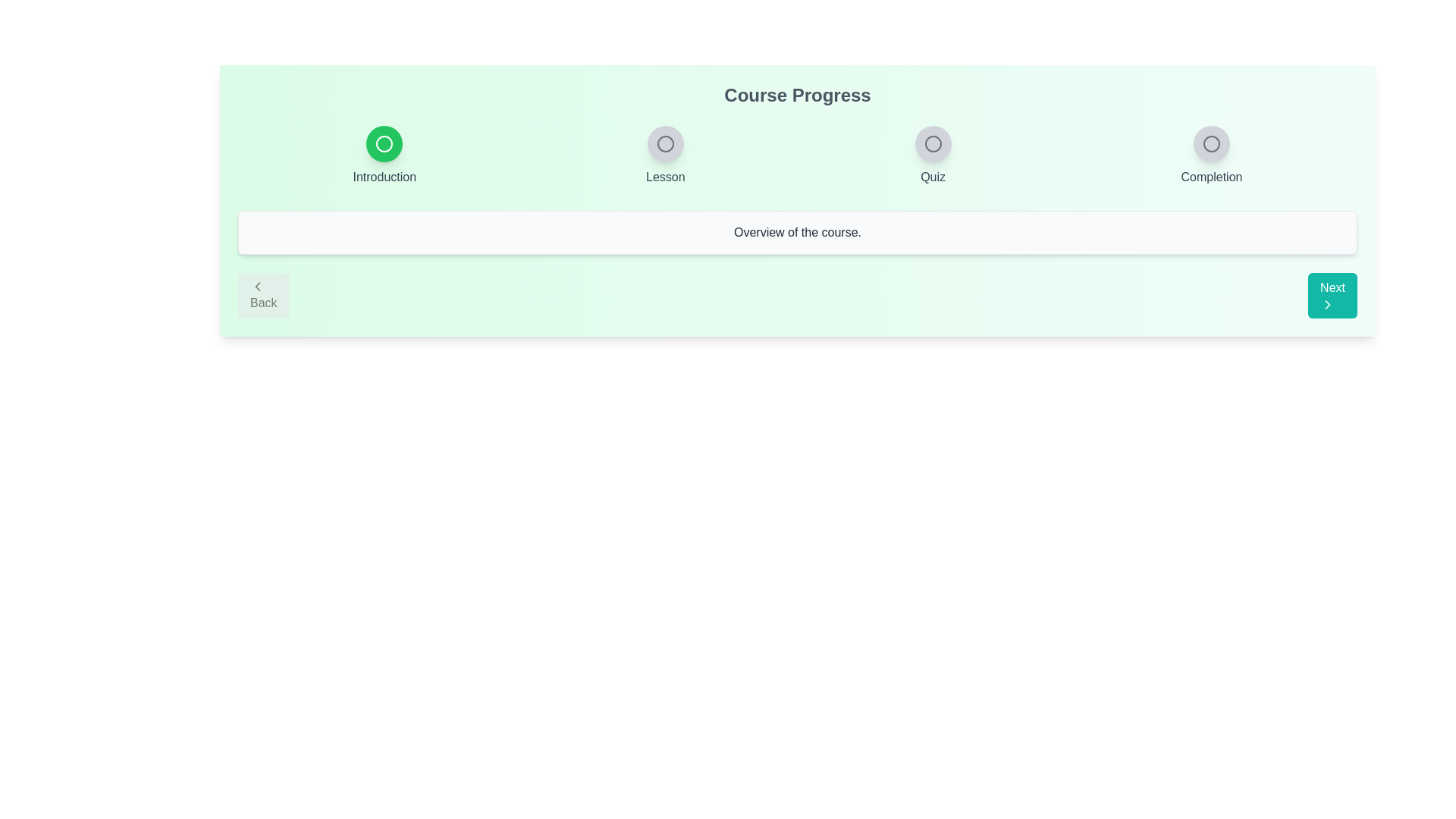 Image resolution: width=1456 pixels, height=819 pixels. Describe the element at coordinates (384, 155) in the screenshot. I see `the step indicator labeled Introduction to view its state` at that location.